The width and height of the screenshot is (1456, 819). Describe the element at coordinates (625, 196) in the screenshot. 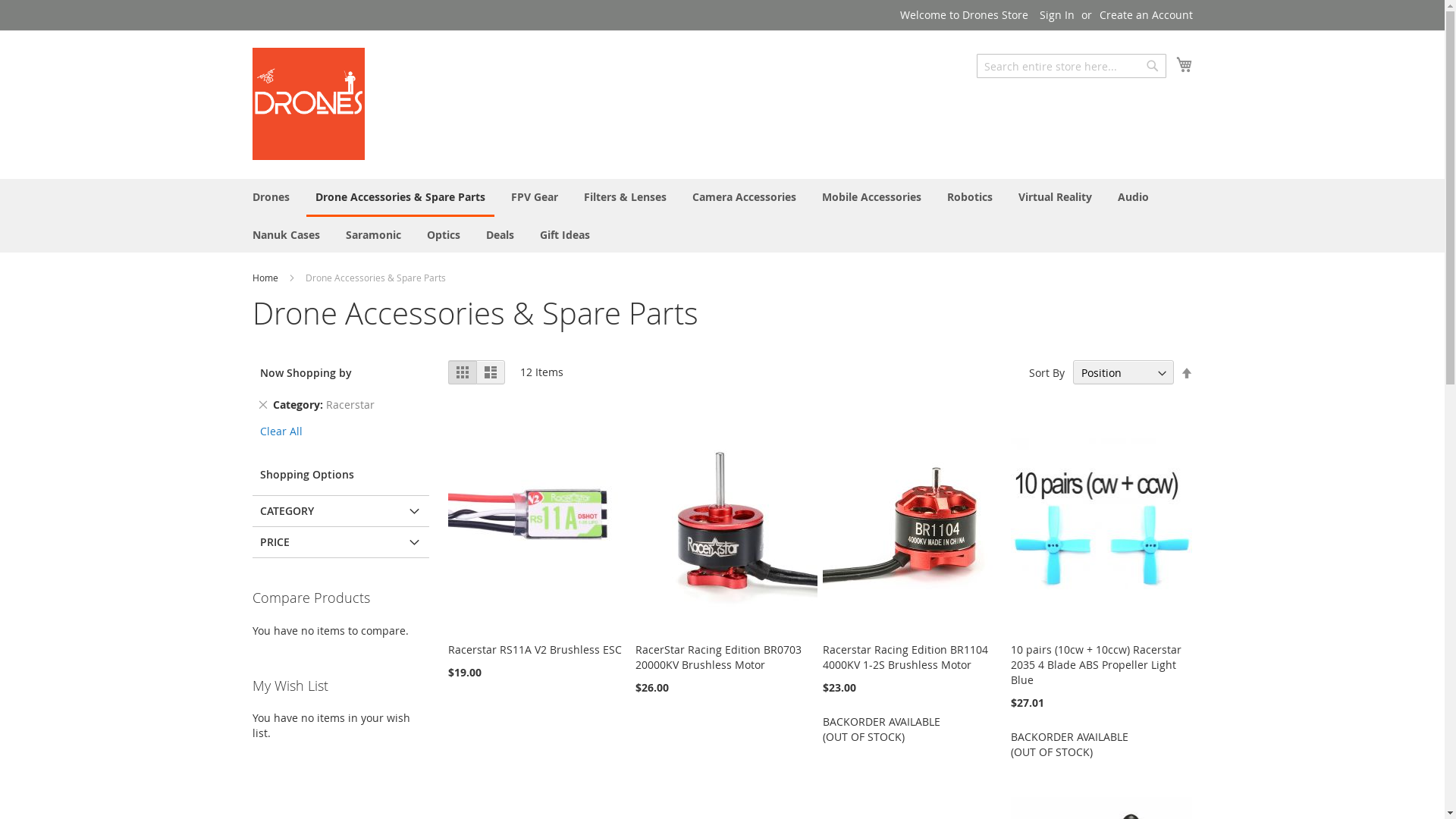

I see `'Filters & Lenses'` at that location.